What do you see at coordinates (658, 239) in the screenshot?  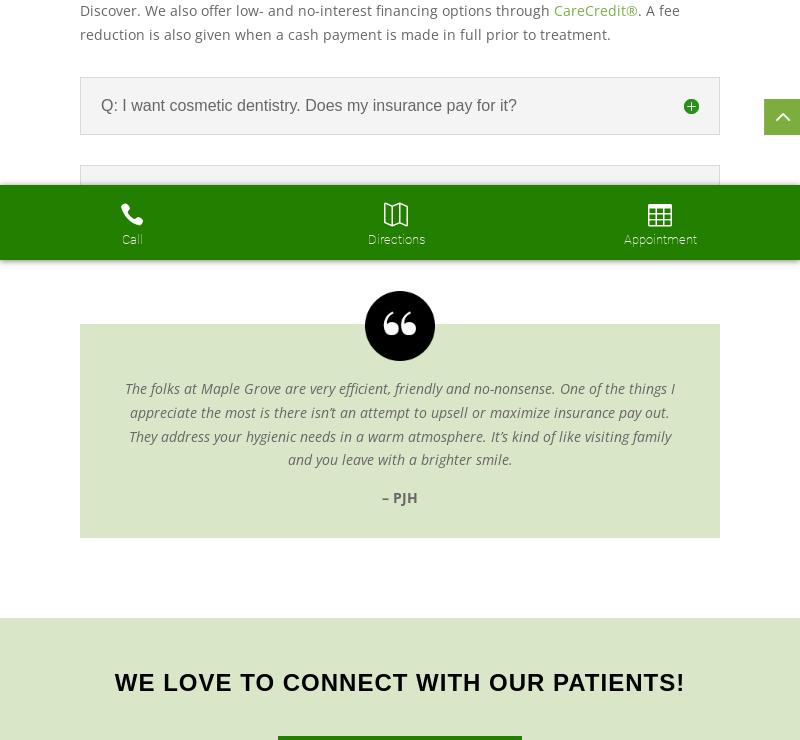 I see `'Appointment'` at bounding box center [658, 239].